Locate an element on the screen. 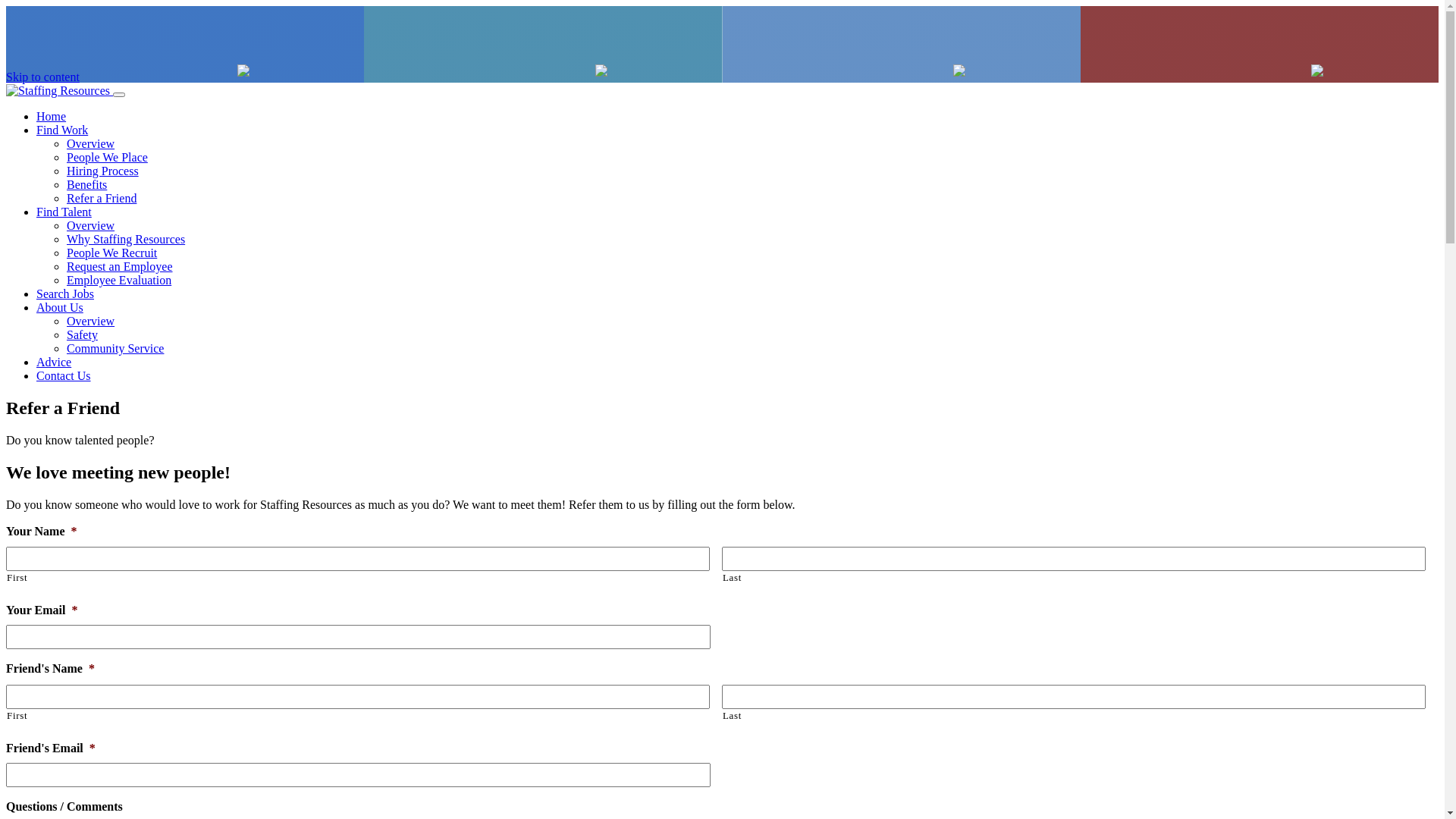  'Refer a Friend' is located at coordinates (101, 197).